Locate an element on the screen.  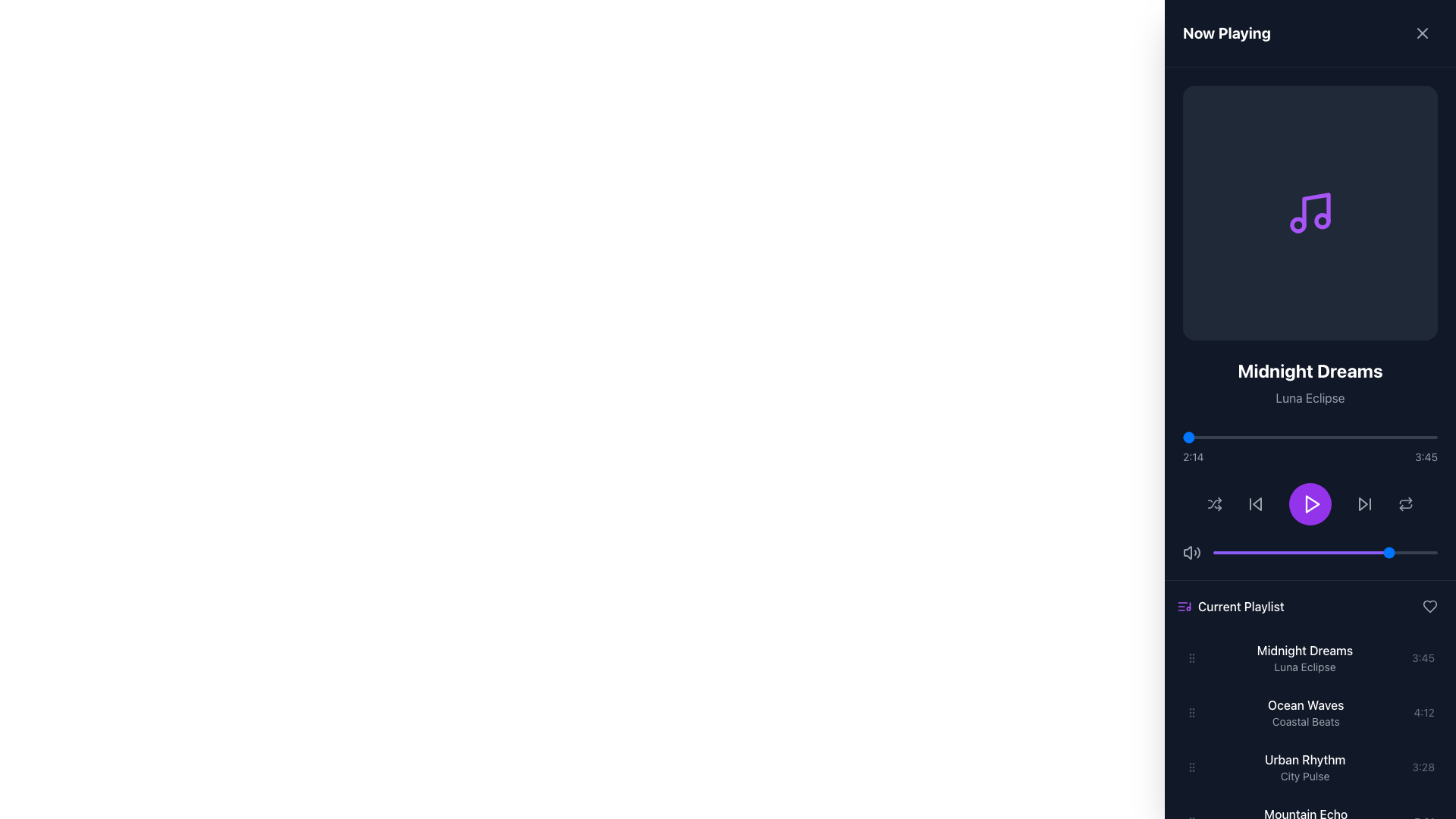
the 'Ocean Waves' song title label in the 'Current Playlist' section is located at coordinates (1305, 713).